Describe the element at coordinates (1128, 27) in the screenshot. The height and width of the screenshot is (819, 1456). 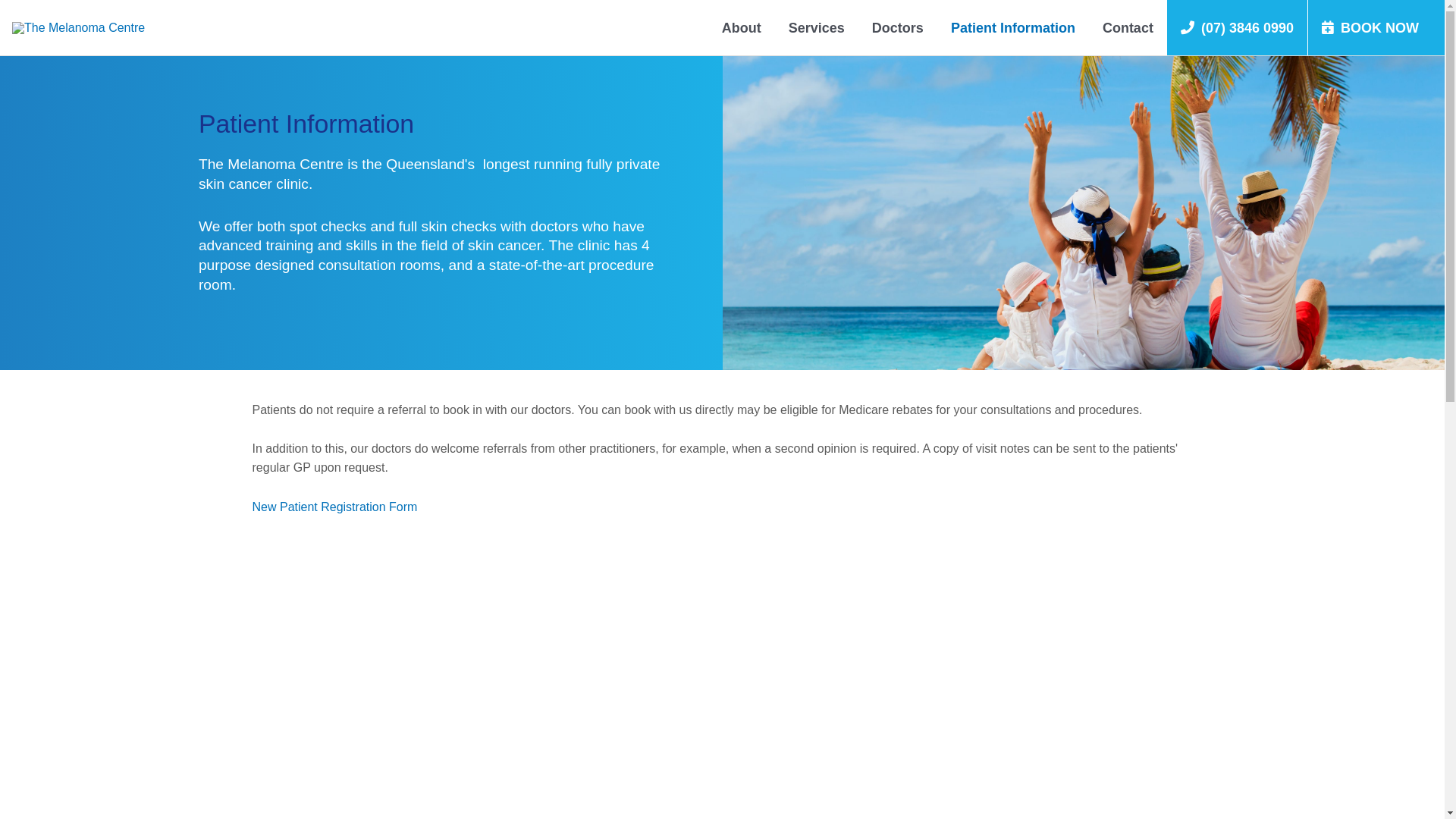
I see `'Contact'` at that location.